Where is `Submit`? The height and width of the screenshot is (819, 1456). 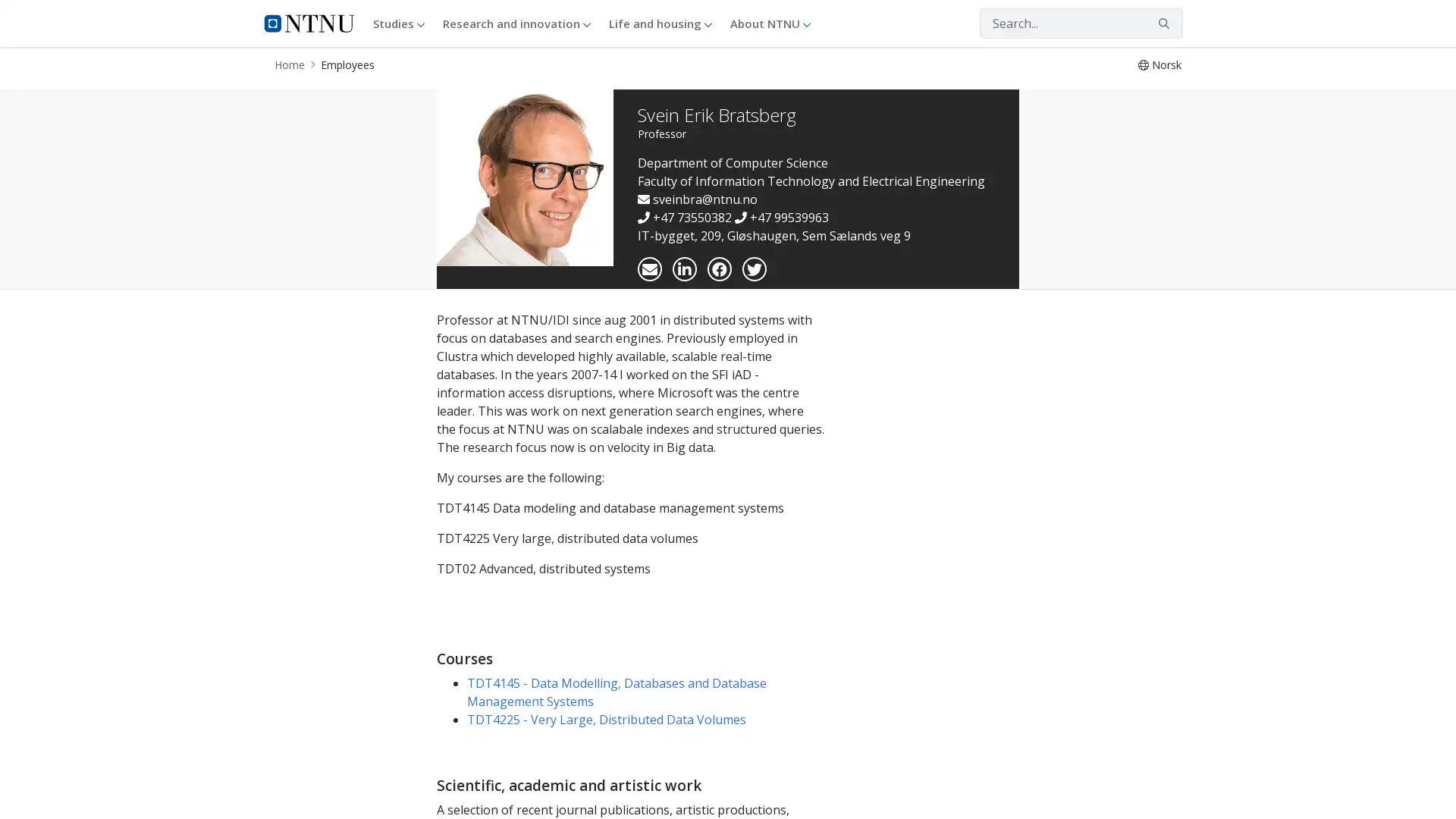
Submit is located at coordinates (1163, 23).